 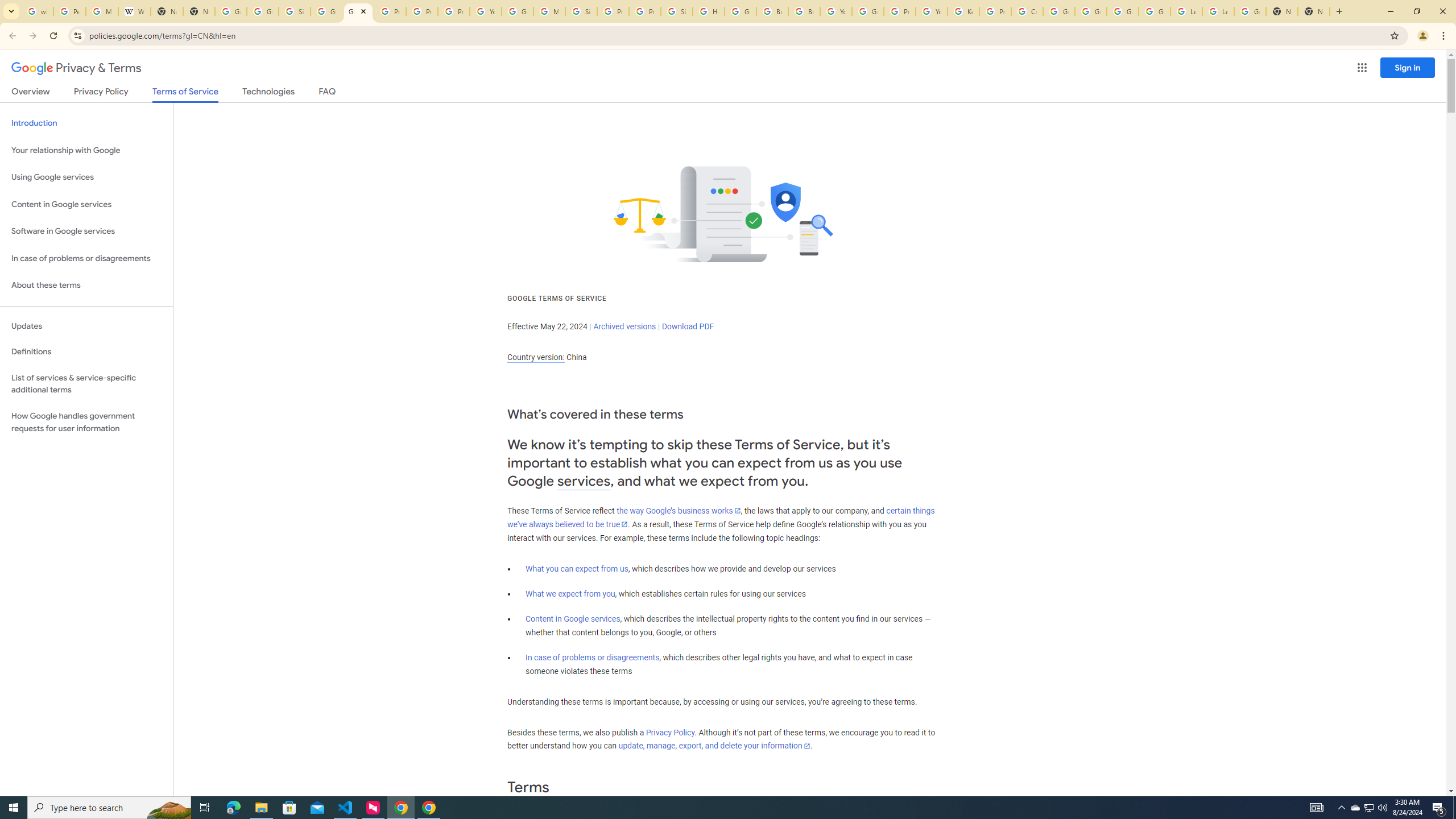 I want to click on 'In case of problems or disagreements', so click(x=591, y=657).